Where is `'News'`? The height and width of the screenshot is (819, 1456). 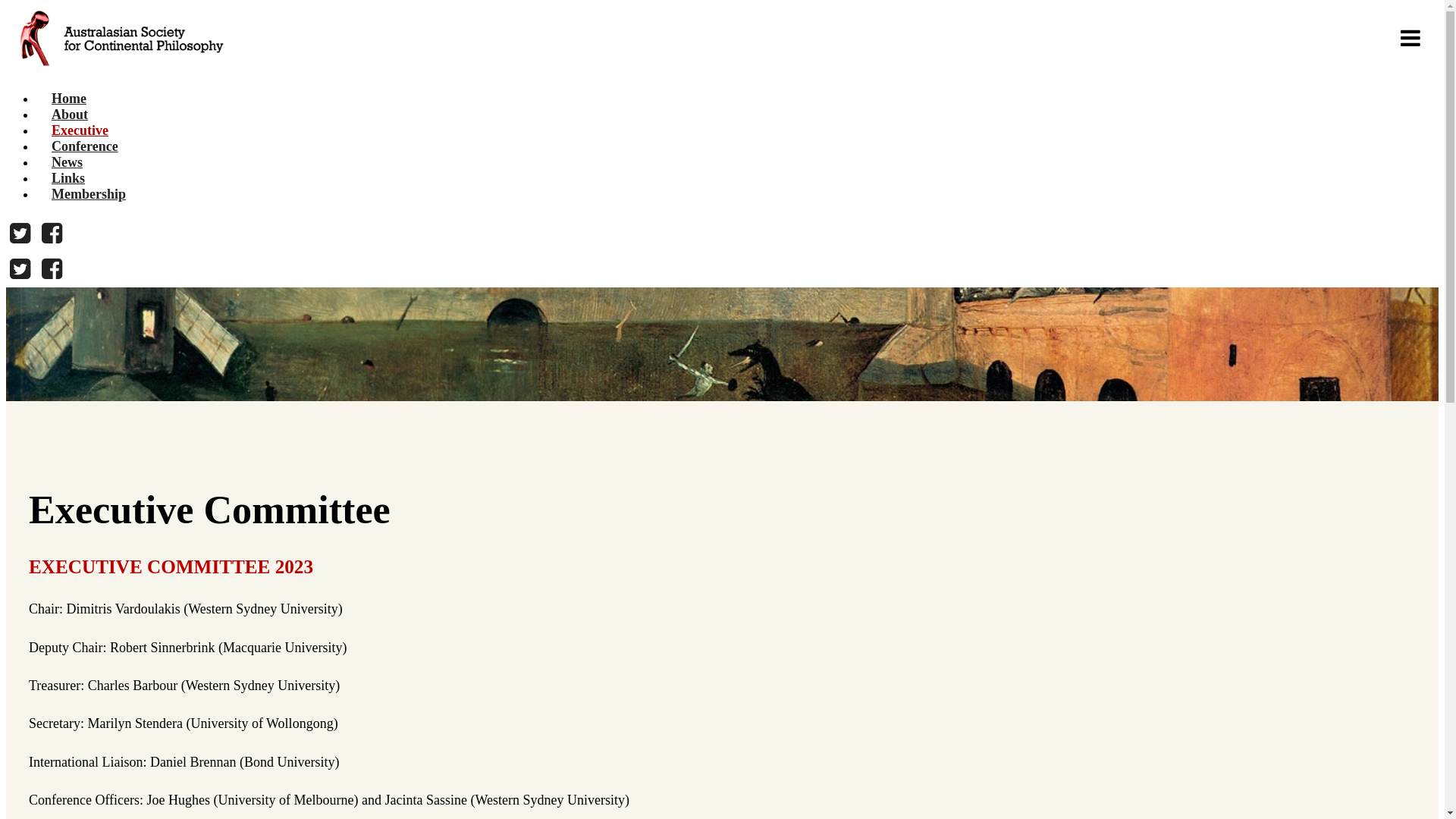 'News' is located at coordinates (66, 162).